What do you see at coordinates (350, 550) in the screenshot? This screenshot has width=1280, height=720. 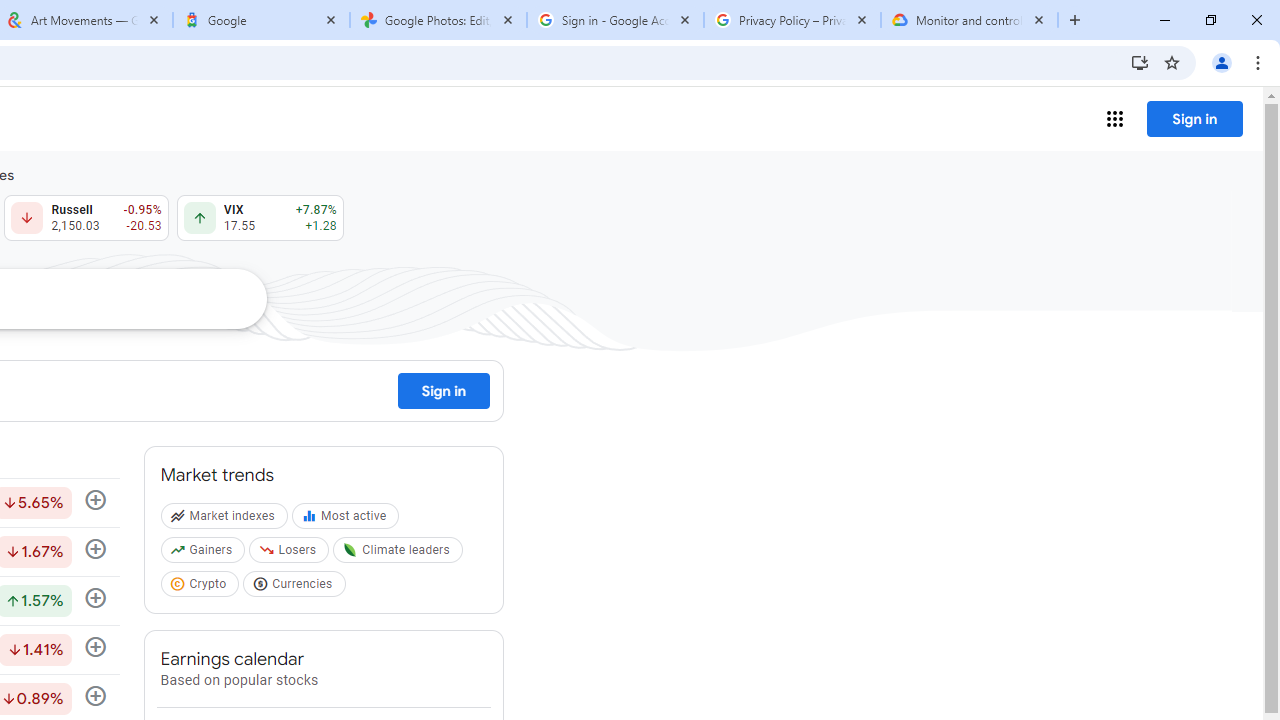 I see `'GLeaf logo'` at bounding box center [350, 550].